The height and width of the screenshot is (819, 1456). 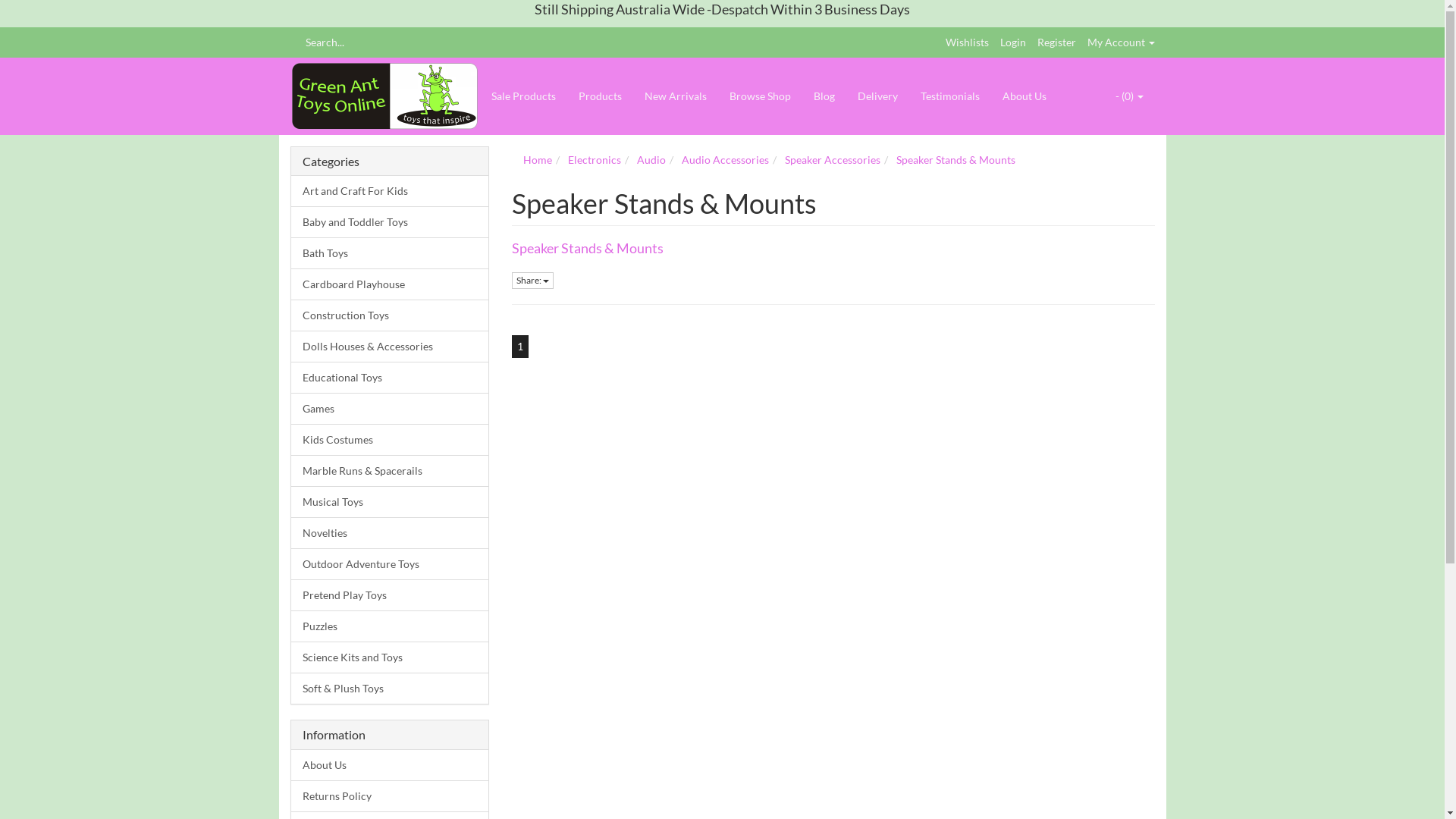 I want to click on 'Kids Costumes', so click(x=390, y=439).